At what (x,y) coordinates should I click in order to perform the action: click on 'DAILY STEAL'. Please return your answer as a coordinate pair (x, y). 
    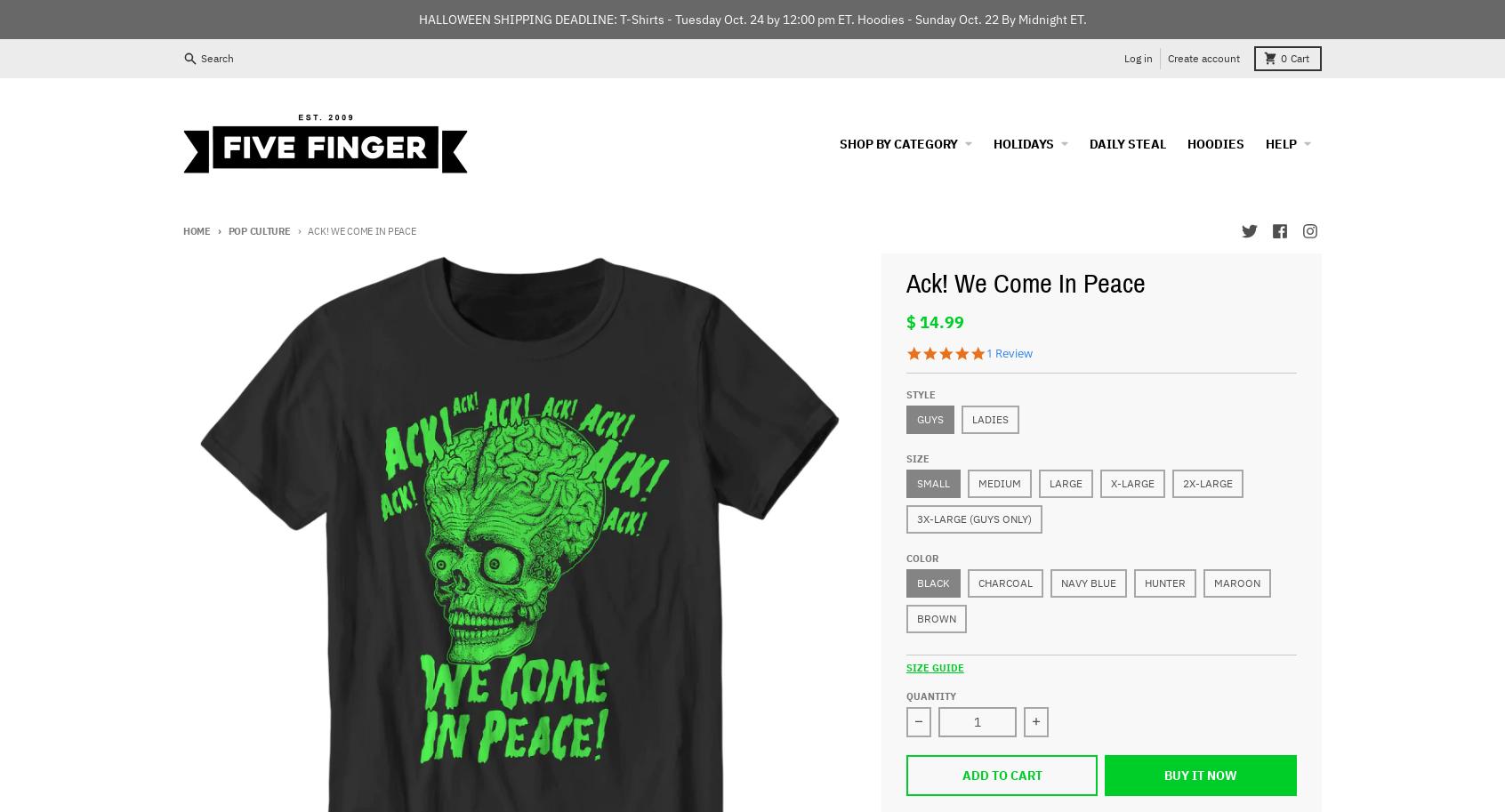
    Looking at the image, I should click on (1127, 141).